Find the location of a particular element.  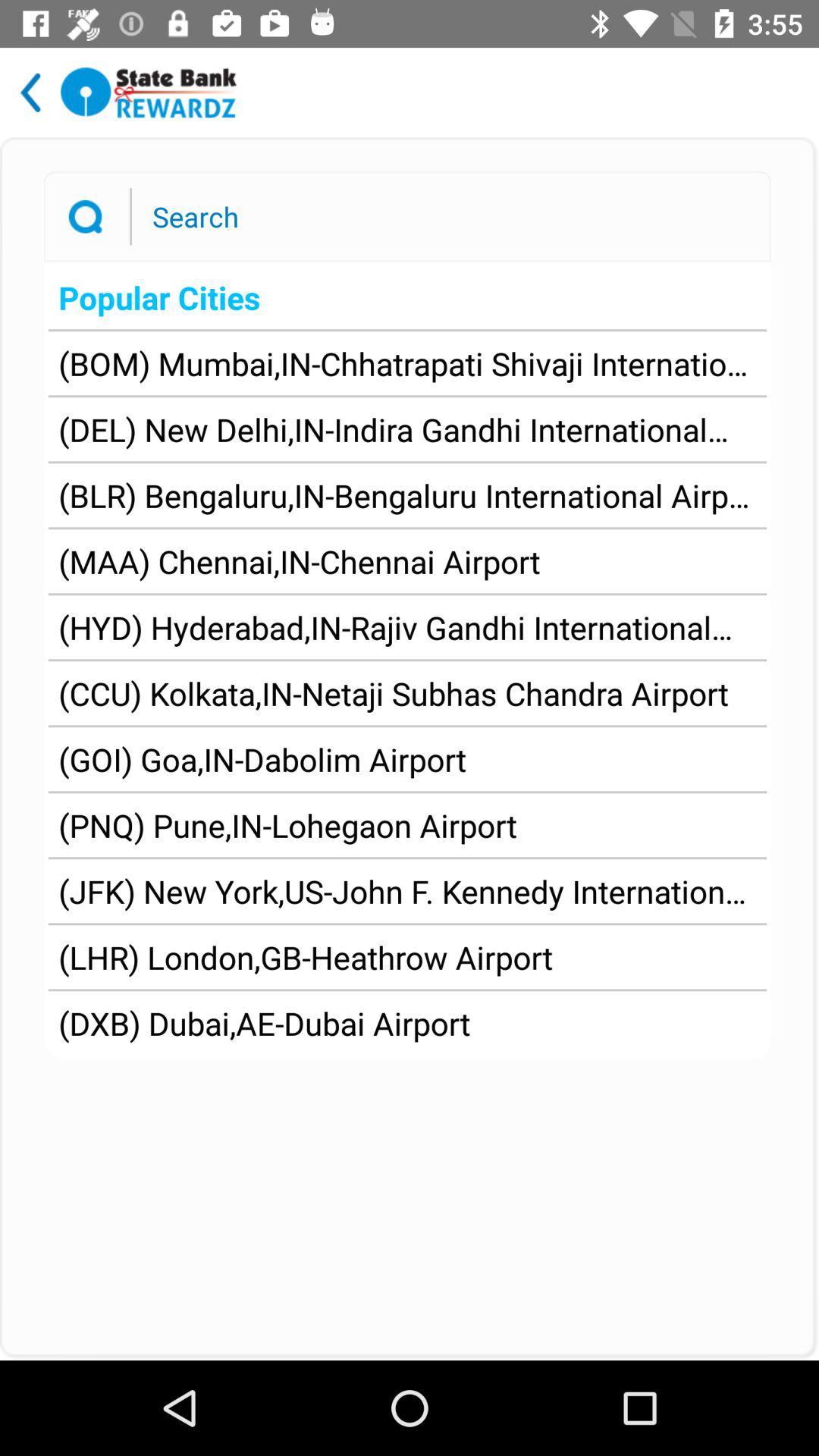

hyd hyderabad in app is located at coordinates (406, 627).